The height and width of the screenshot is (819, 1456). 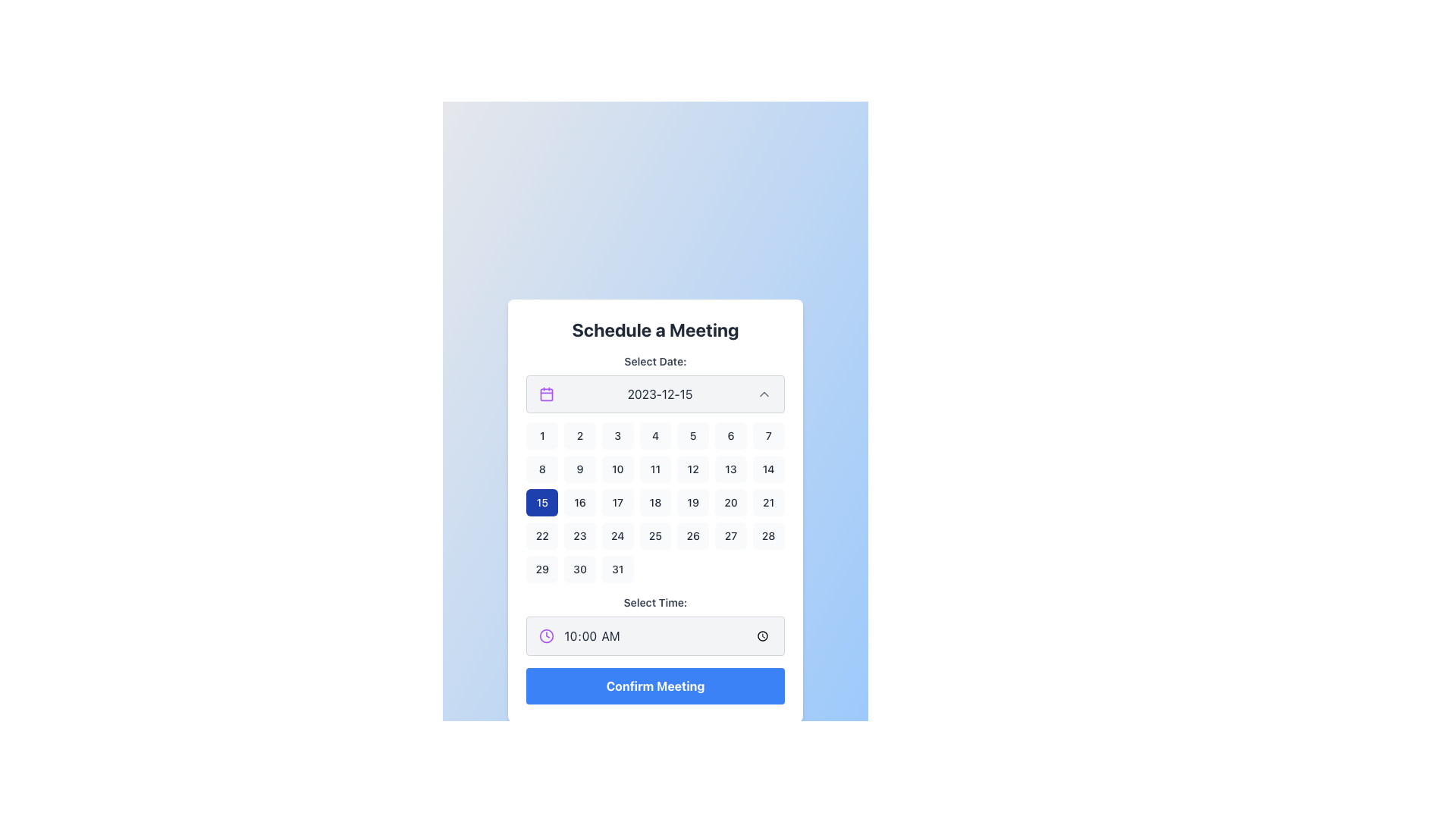 What do you see at coordinates (617, 503) in the screenshot?
I see `the button displaying the number '17' in the 'Schedule a Meeting' interface` at bounding box center [617, 503].